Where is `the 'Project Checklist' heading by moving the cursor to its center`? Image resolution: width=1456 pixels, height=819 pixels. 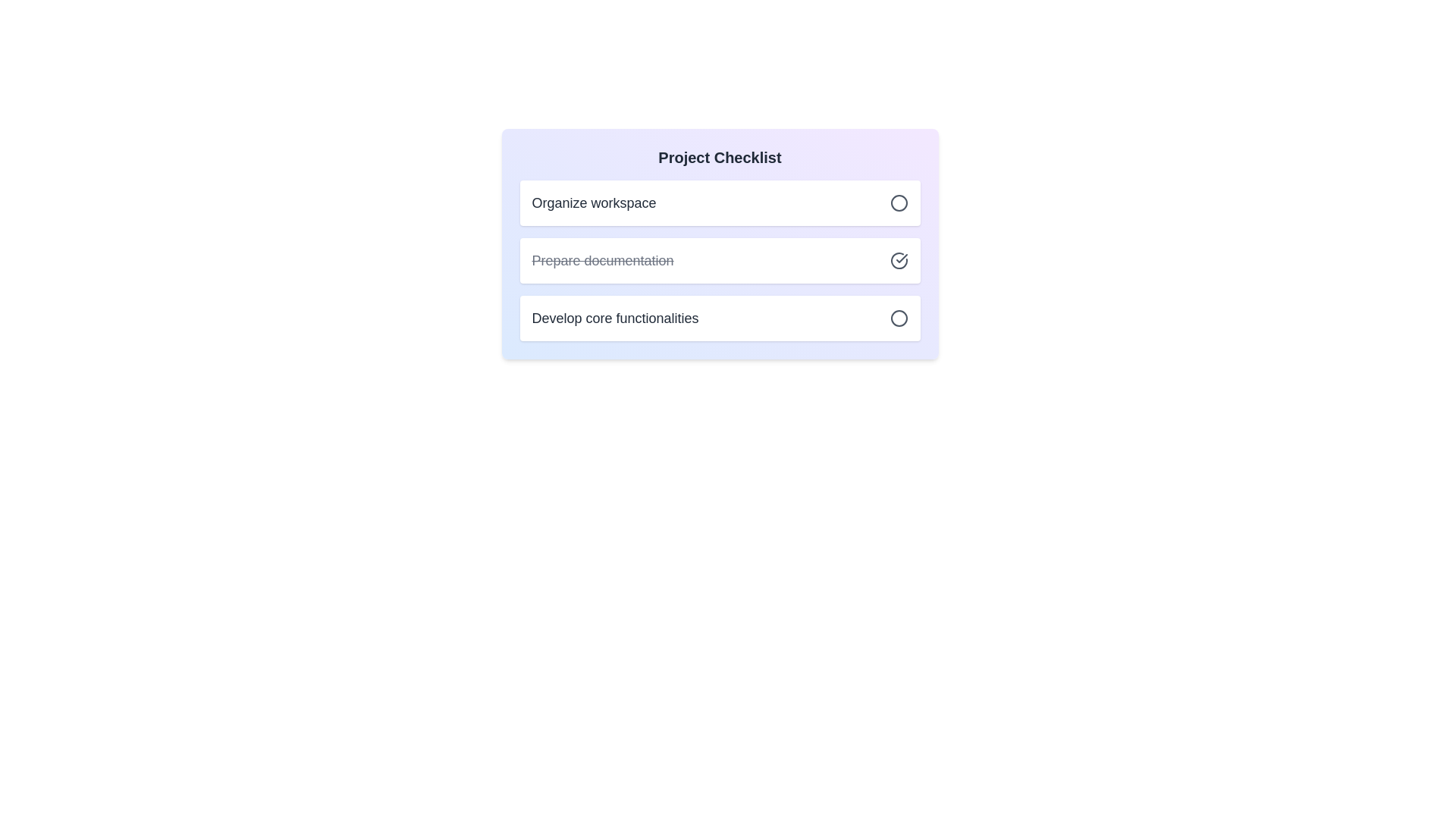 the 'Project Checklist' heading by moving the cursor to its center is located at coordinates (719, 158).